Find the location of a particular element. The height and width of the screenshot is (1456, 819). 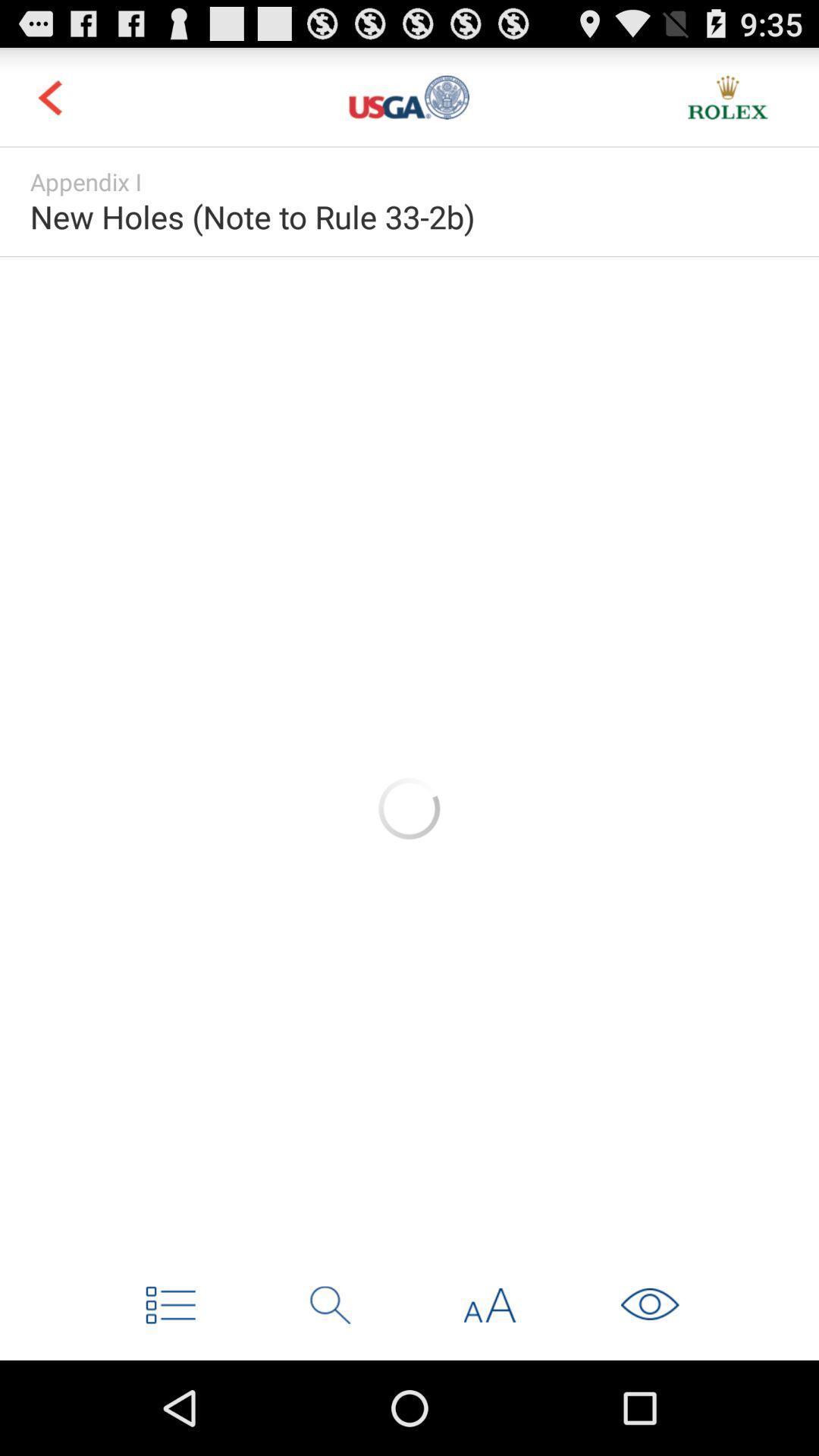

the sliders icon is located at coordinates (409, 103).